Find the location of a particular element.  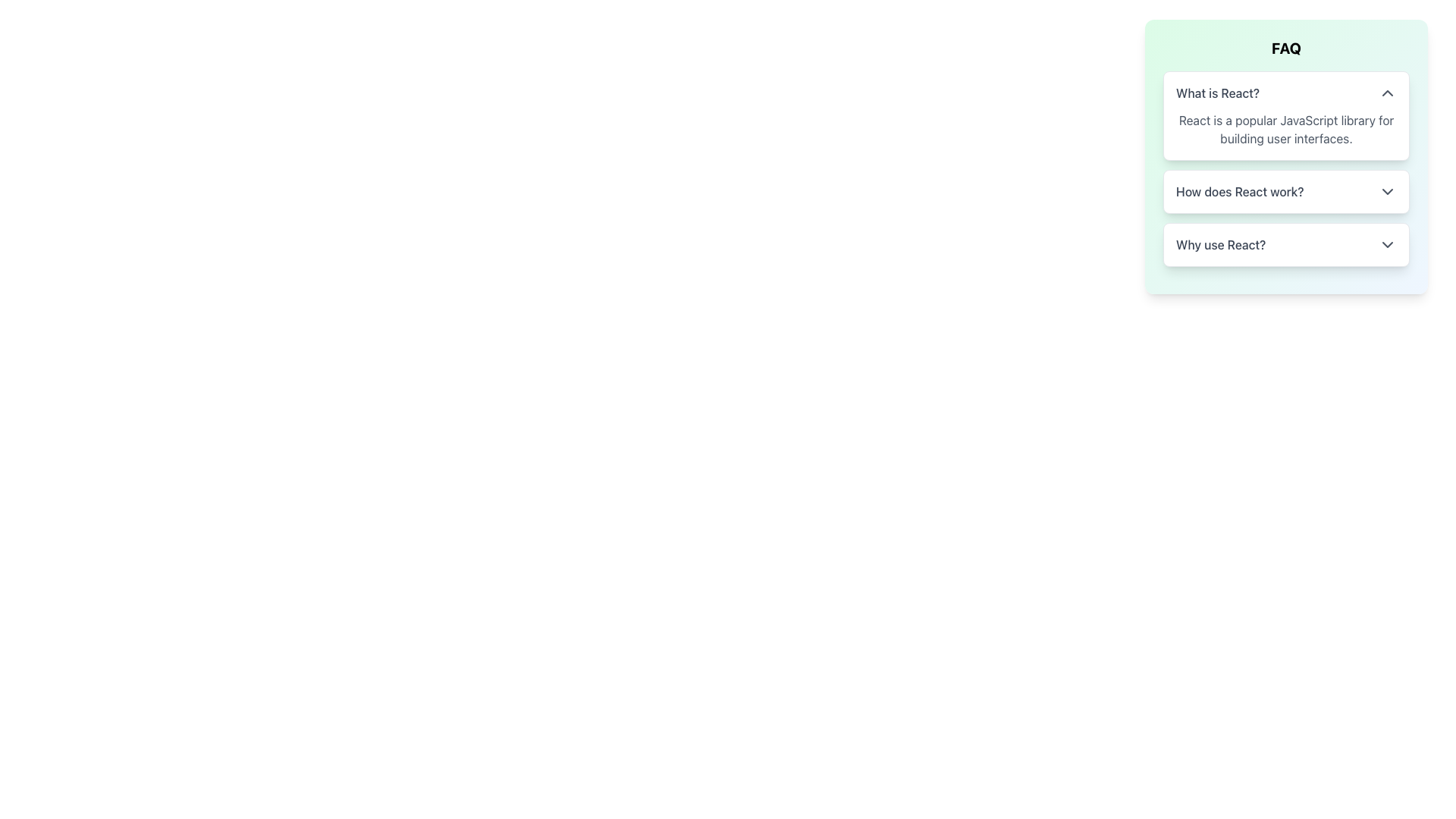

the Text Element displaying 'What is React?' in bold gray font, which is the first question in the FAQ section is located at coordinates (1218, 93).